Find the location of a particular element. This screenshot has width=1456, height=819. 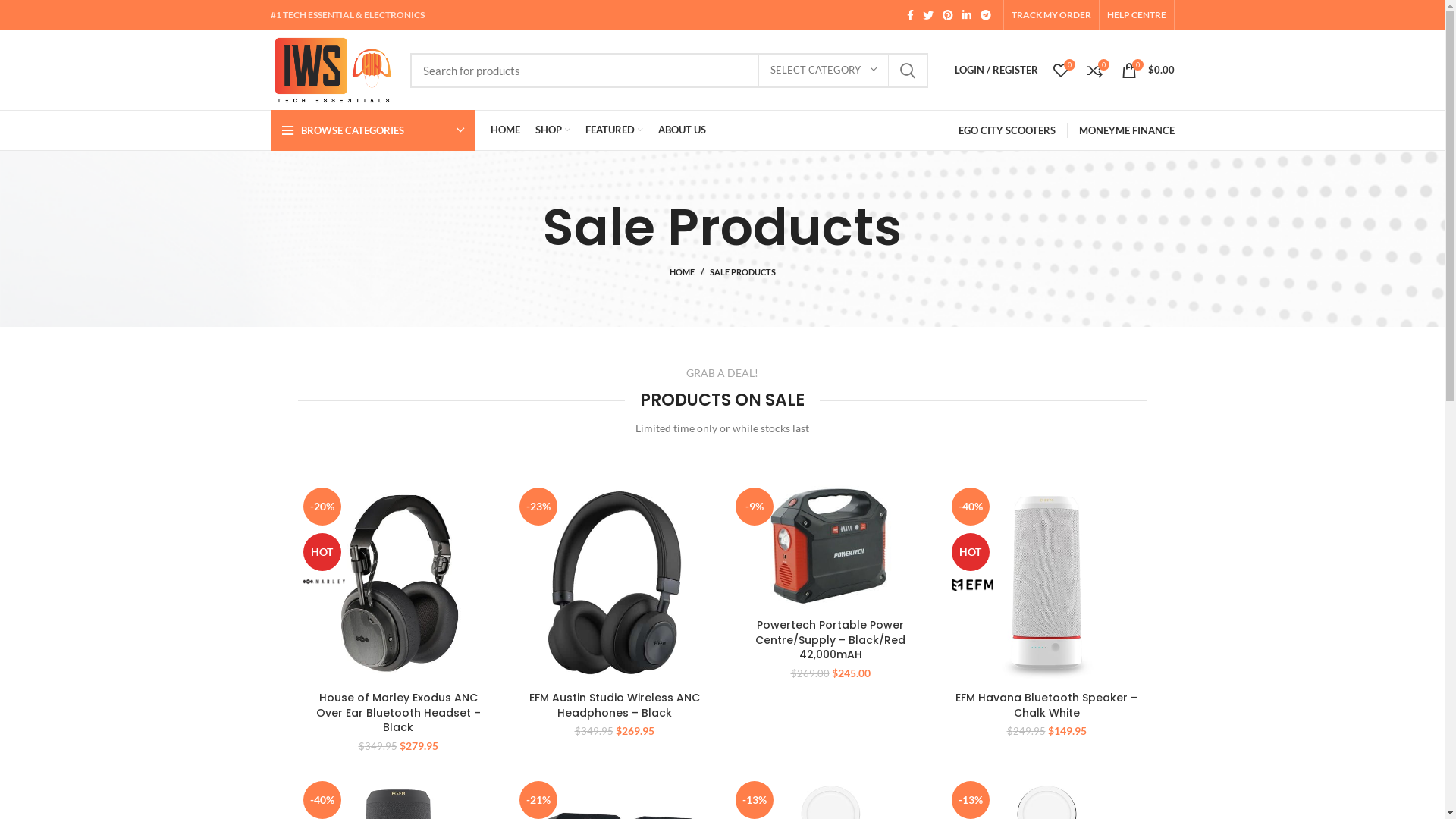

'LOGIN / REGISTER' is located at coordinates (946, 70).